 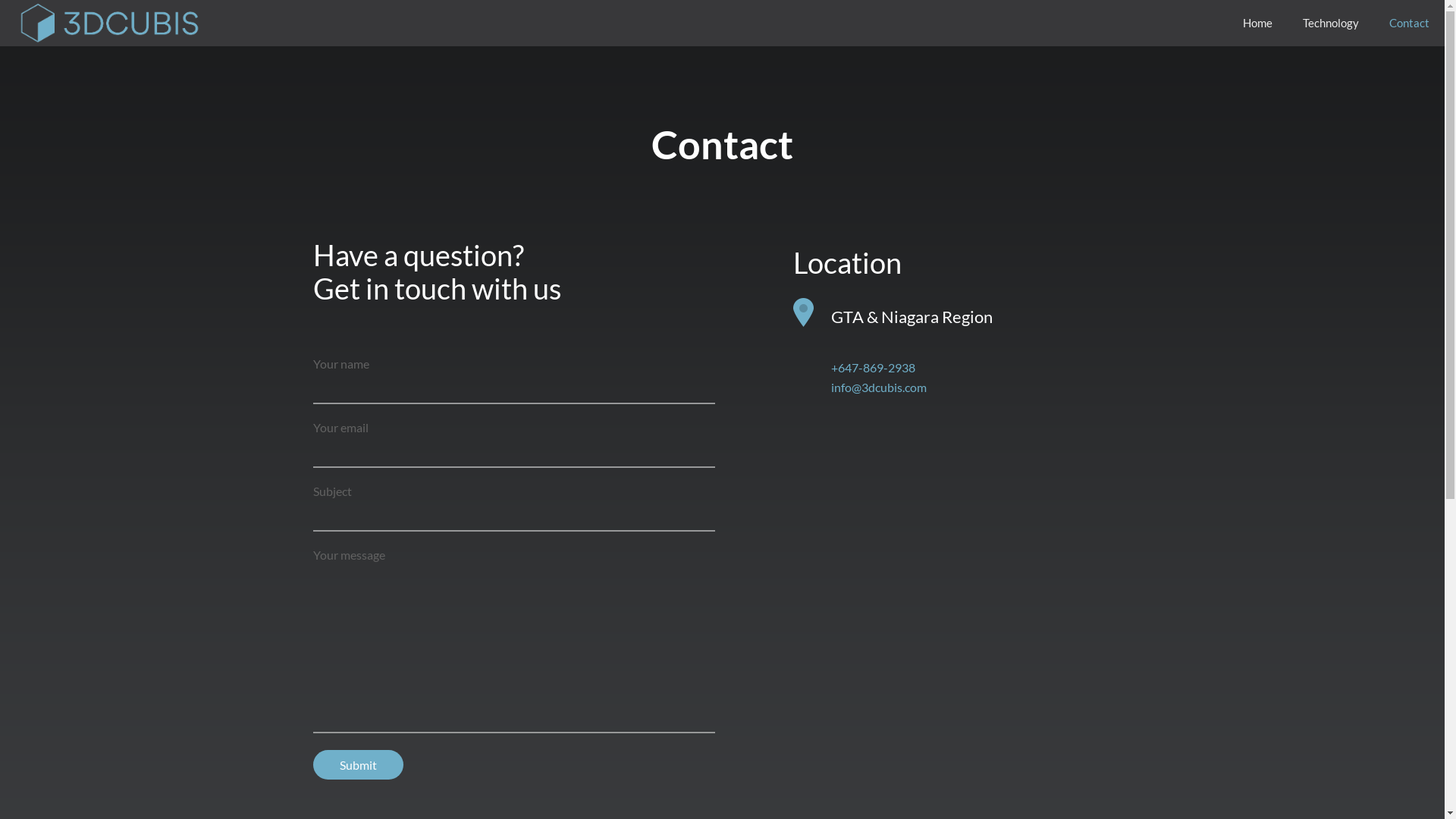 I want to click on '3dCubis', so click(x=107, y=23).